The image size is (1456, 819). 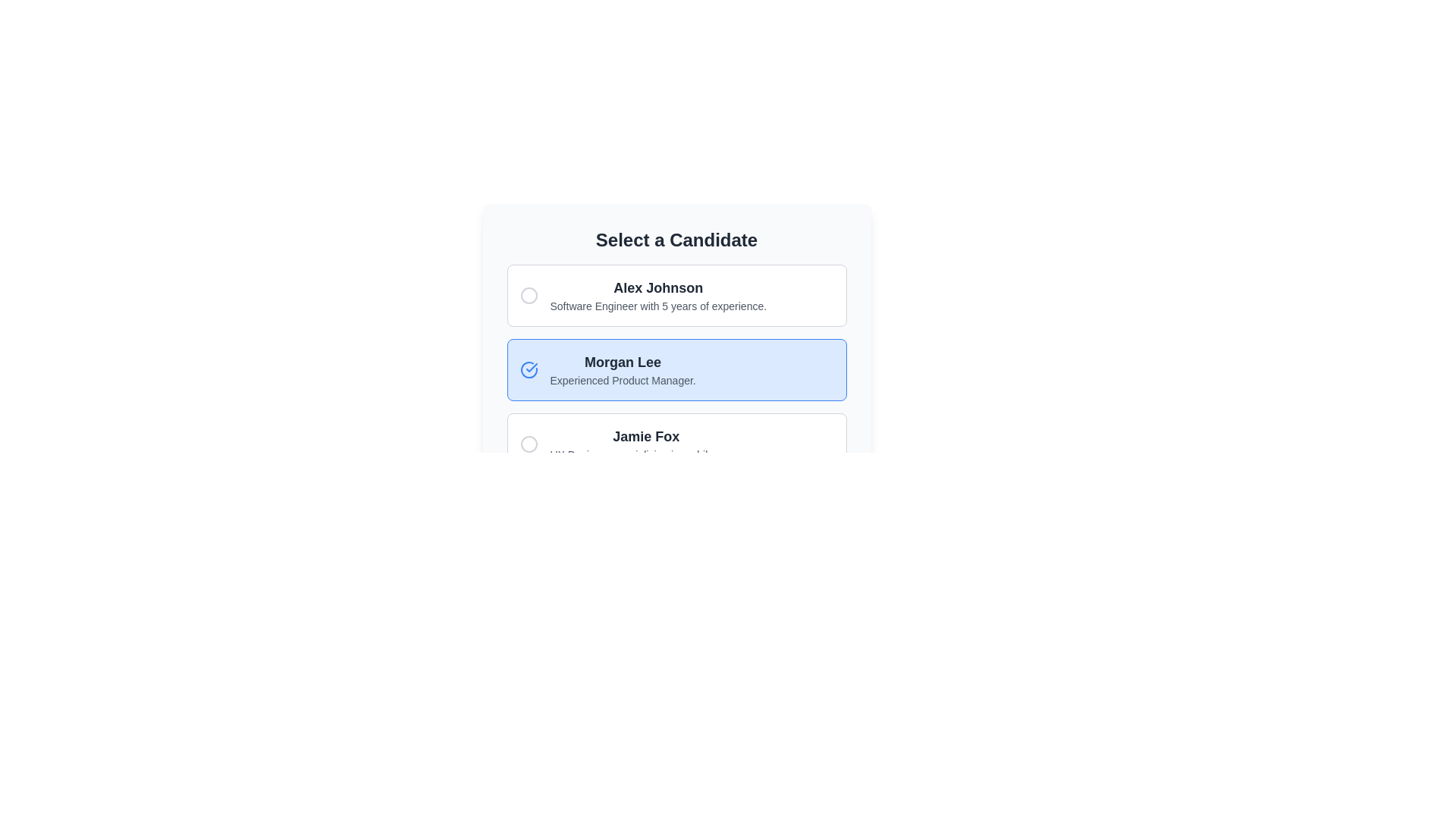 What do you see at coordinates (623, 370) in the screenshot?
I see `the Text label describing 'Morgan Lee', which is positioned in the blue-highlighted option between 'Alex Johnson' and 'Jamie Fox'` at bounding box center [623, 370].